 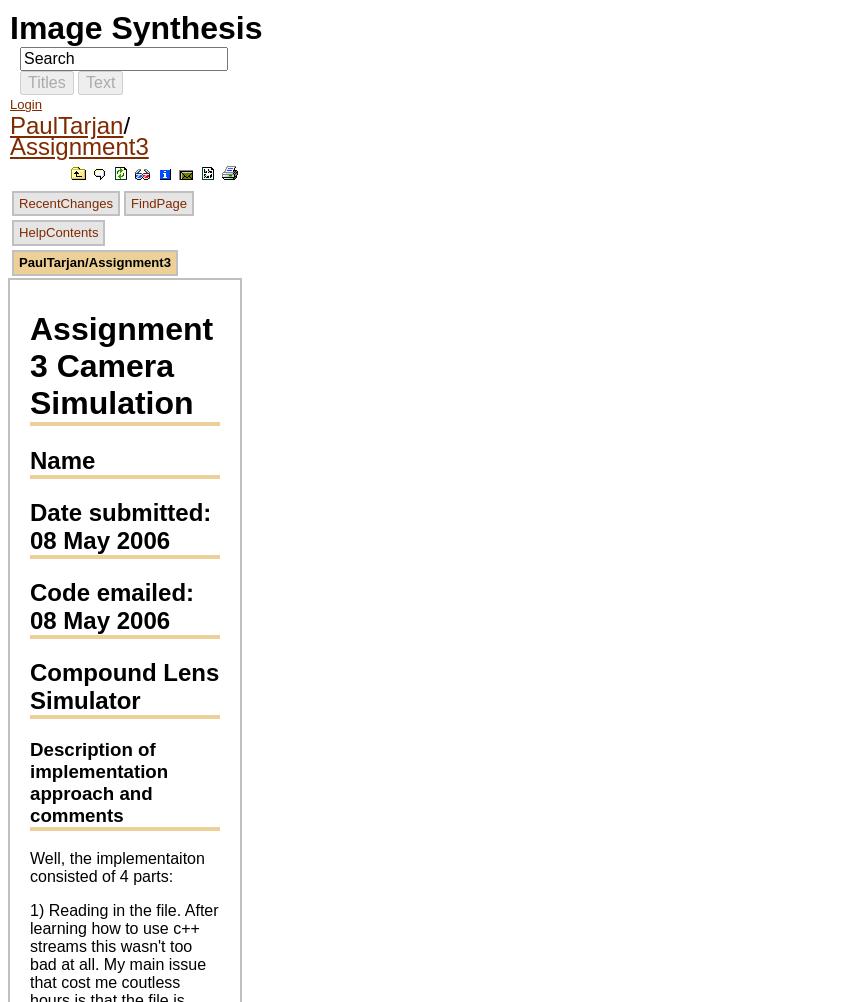 I want to click on 'Well, the implementaiton consisted of 4 parts:', so click(x=117, y=866).